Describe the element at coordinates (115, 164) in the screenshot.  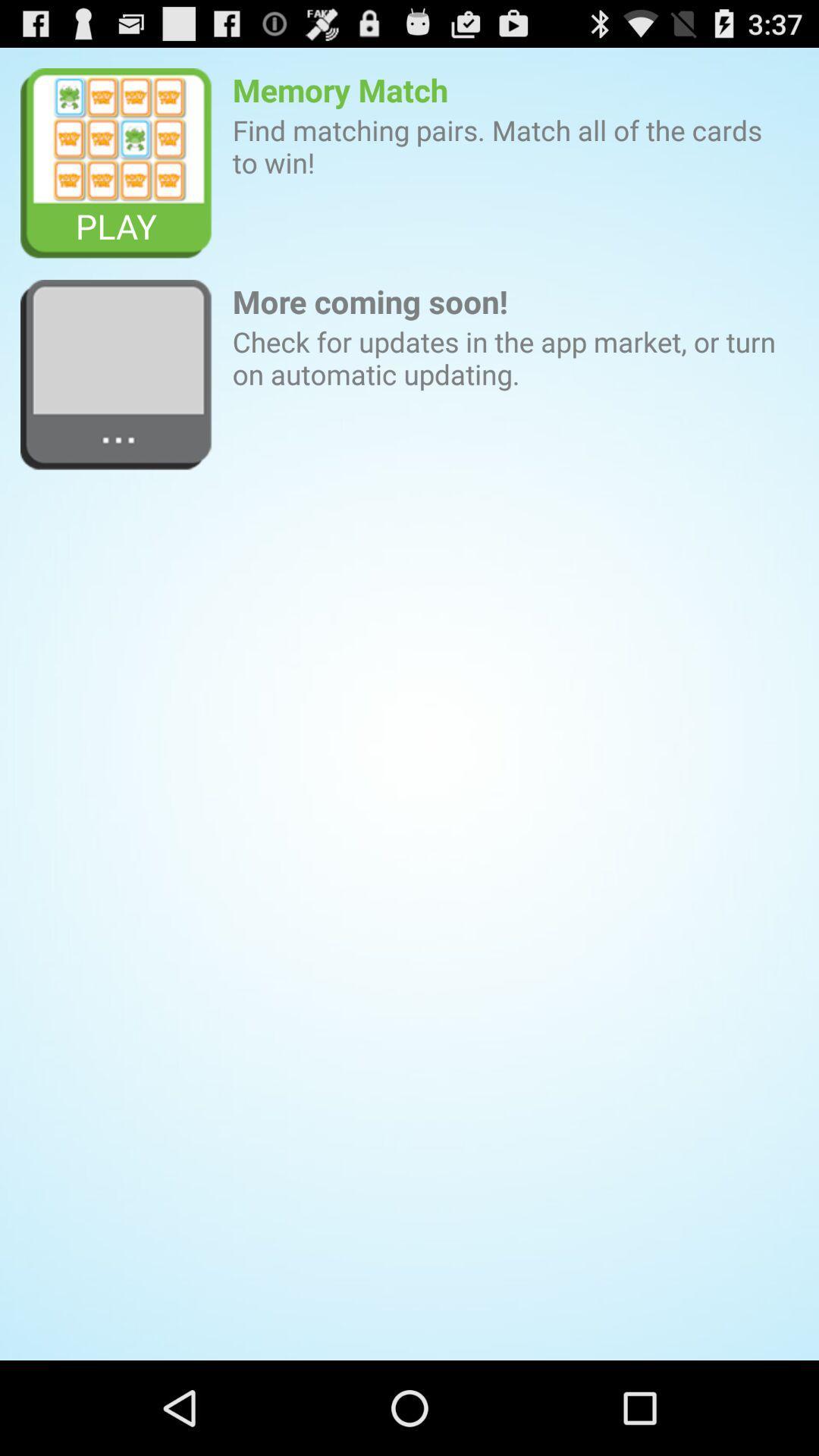
I see `the item to the left of the memory match icon` at that location.